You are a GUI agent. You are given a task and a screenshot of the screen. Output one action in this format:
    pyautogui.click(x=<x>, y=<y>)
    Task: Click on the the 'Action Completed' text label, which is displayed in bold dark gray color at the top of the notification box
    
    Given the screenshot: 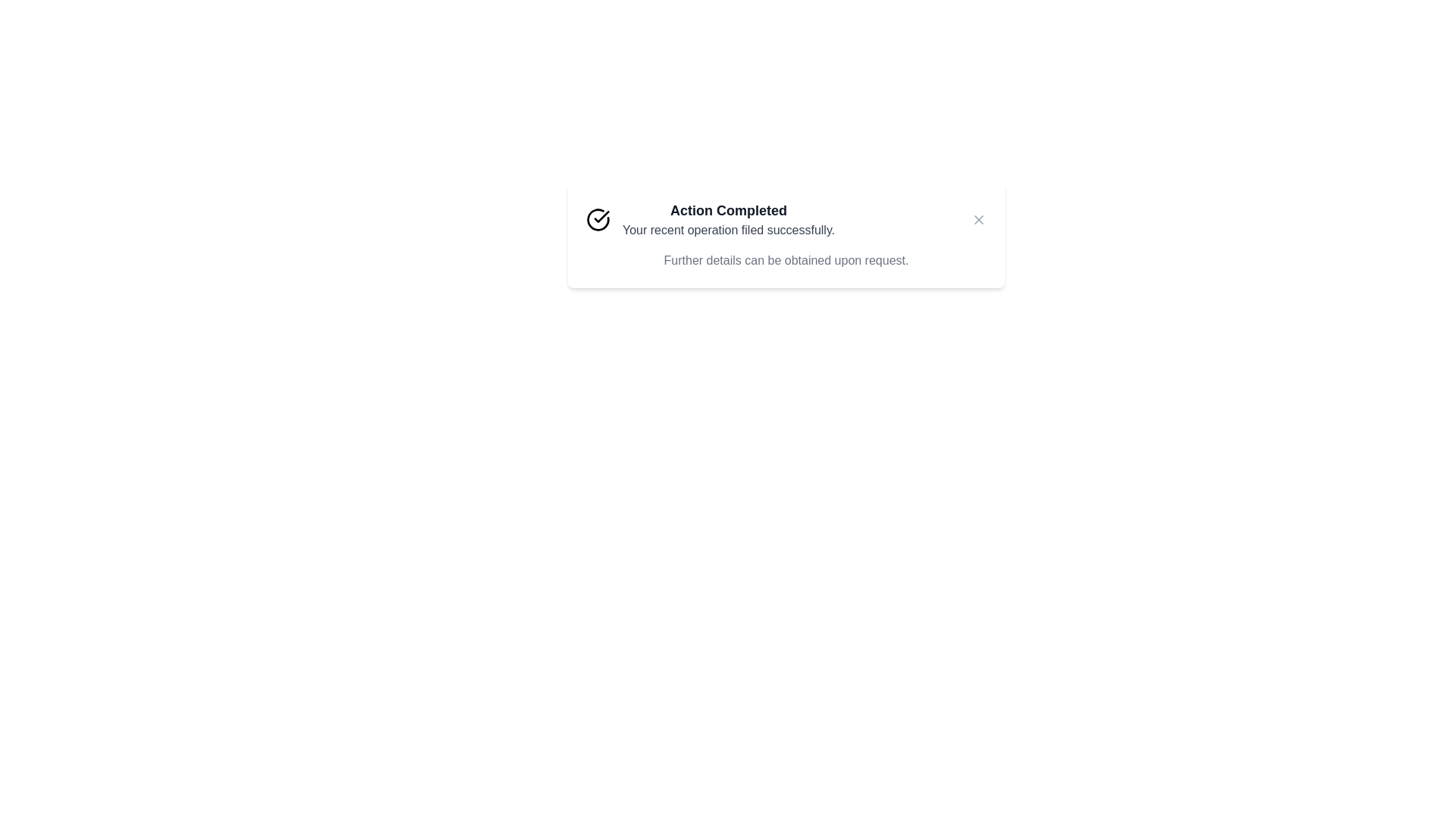 What is the action you would take?
    pyautogui.click(x=729, y=210)
    